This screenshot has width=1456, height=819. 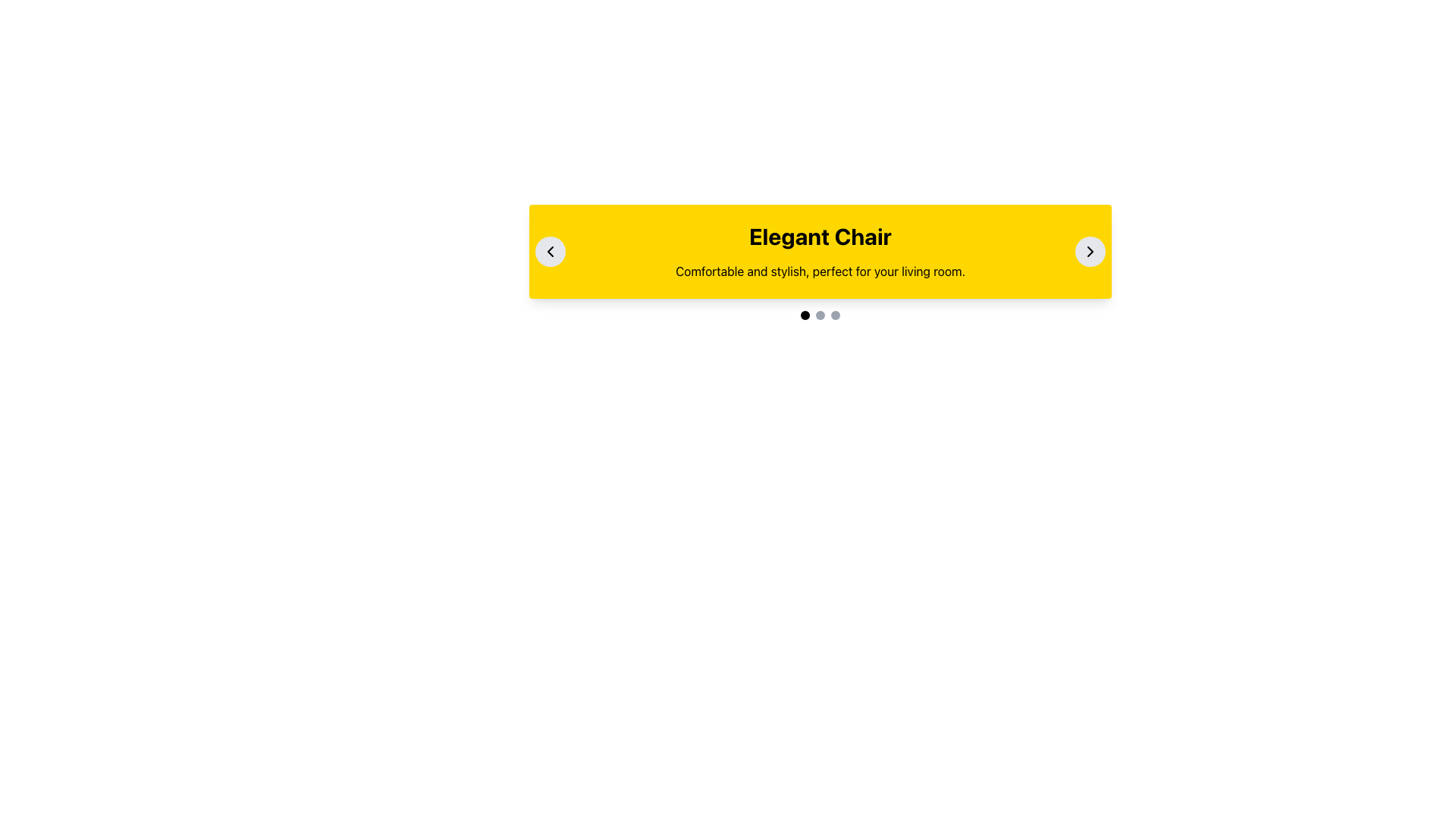 I want to click on the static text header element located at the top center of the yellow rectangular card, which serves as the title of the product or feature, so click(x=819, y=237).